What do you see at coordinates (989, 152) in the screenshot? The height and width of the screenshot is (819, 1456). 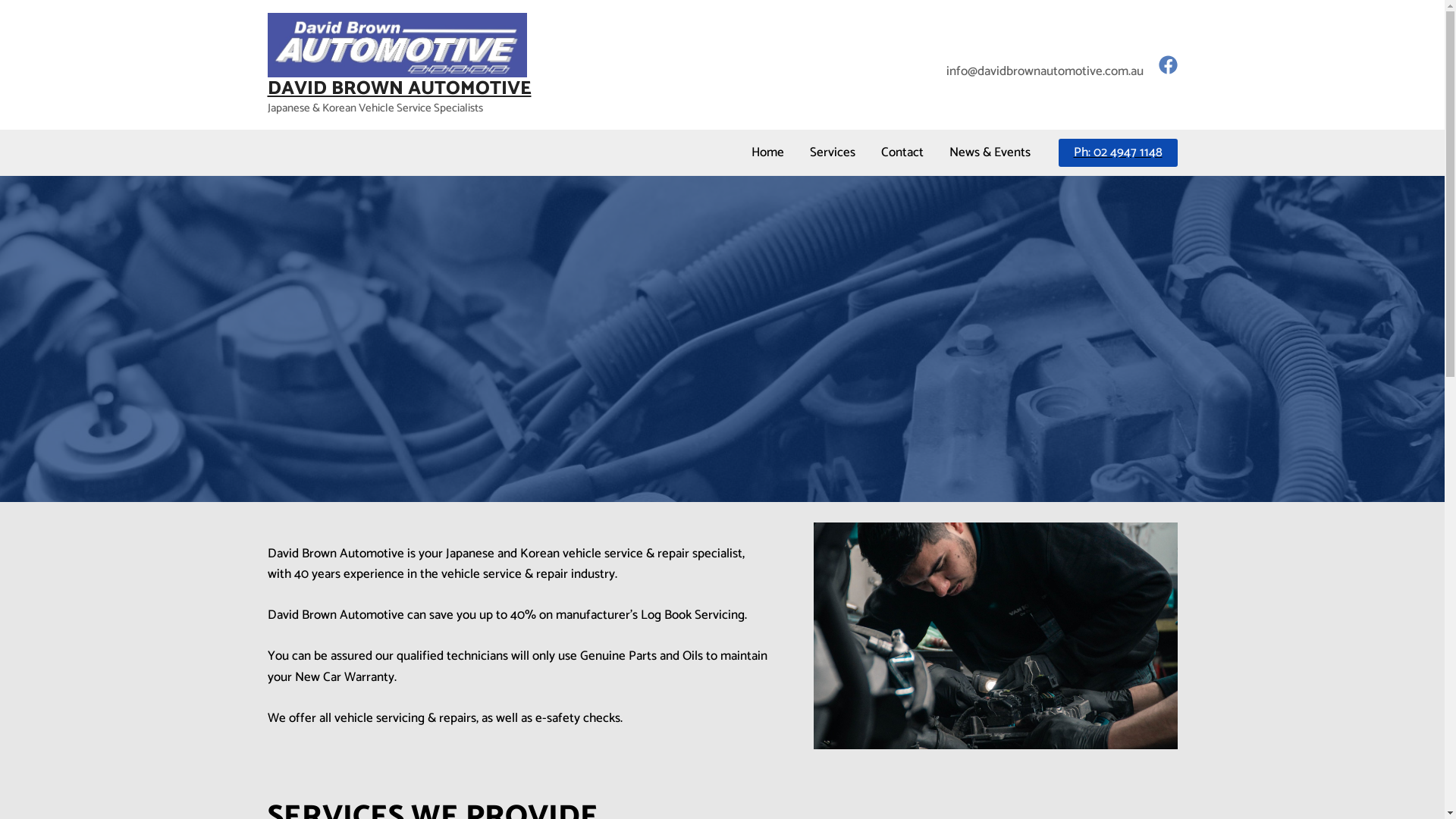 I see `'News & Events'` at bounding box center [989, 152].